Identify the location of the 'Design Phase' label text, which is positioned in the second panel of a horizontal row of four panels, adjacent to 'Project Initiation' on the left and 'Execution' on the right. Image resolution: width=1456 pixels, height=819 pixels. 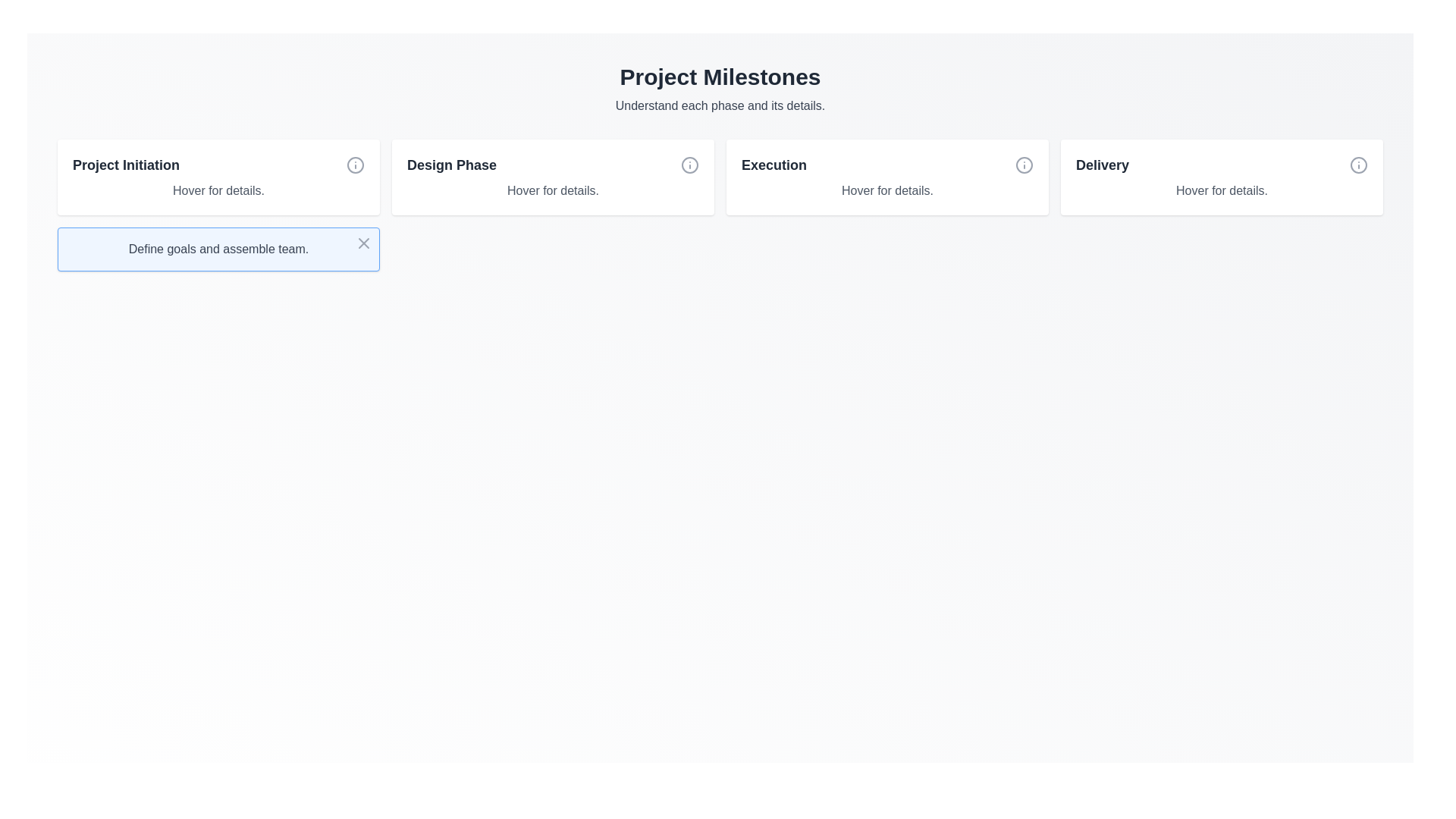
(450, 165).